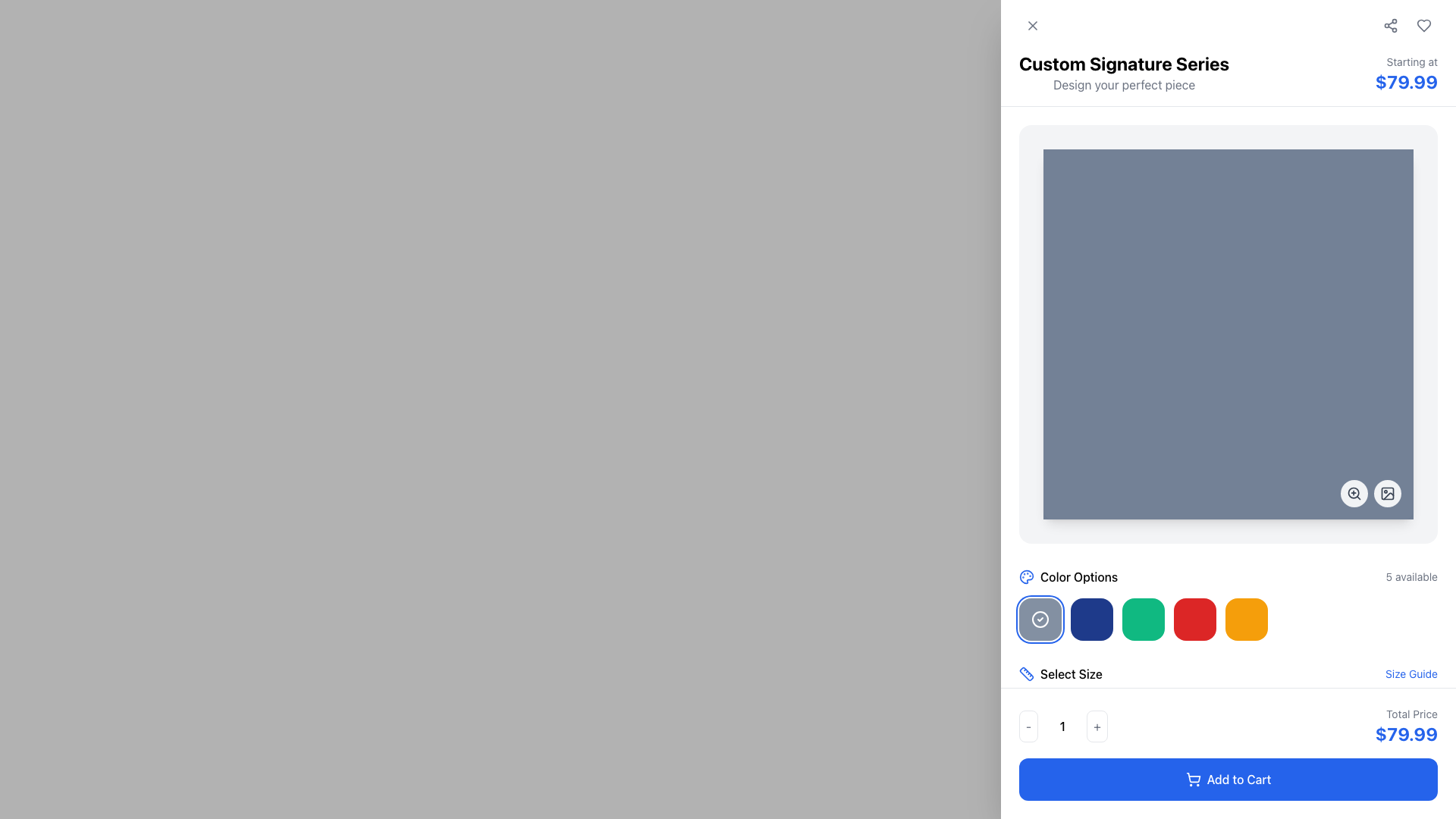 The width and height of the screenshot is (1456, 819). Describe the element at coordinates (1070, 673) in the screenshot. I see `the text label displaying 'Select Size' located next to a blue ruler icon in the 'Color Options' area` at that location.